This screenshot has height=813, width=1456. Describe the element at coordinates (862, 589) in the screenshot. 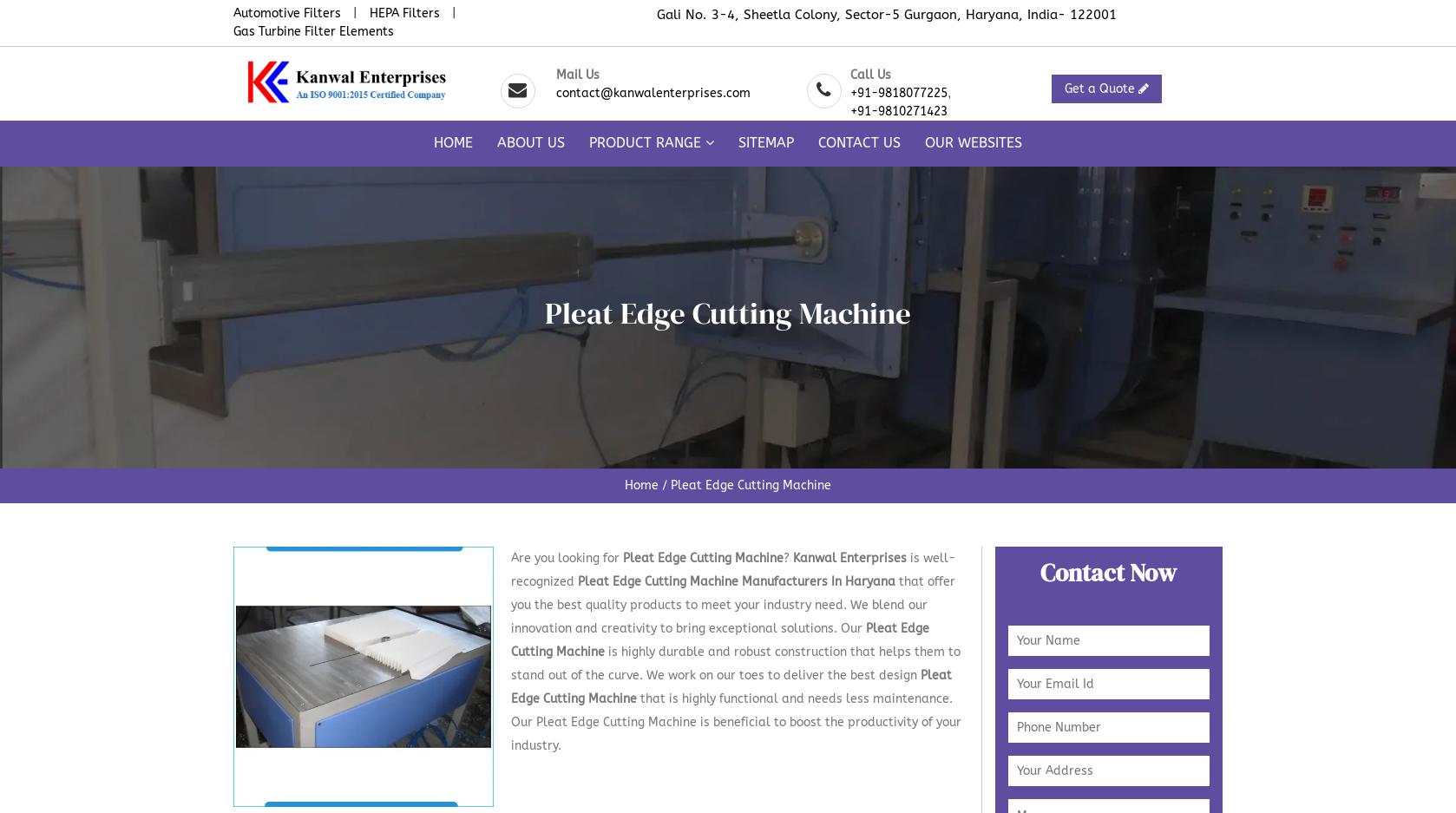

I see `'Cap Pressing Unit'` at that location.